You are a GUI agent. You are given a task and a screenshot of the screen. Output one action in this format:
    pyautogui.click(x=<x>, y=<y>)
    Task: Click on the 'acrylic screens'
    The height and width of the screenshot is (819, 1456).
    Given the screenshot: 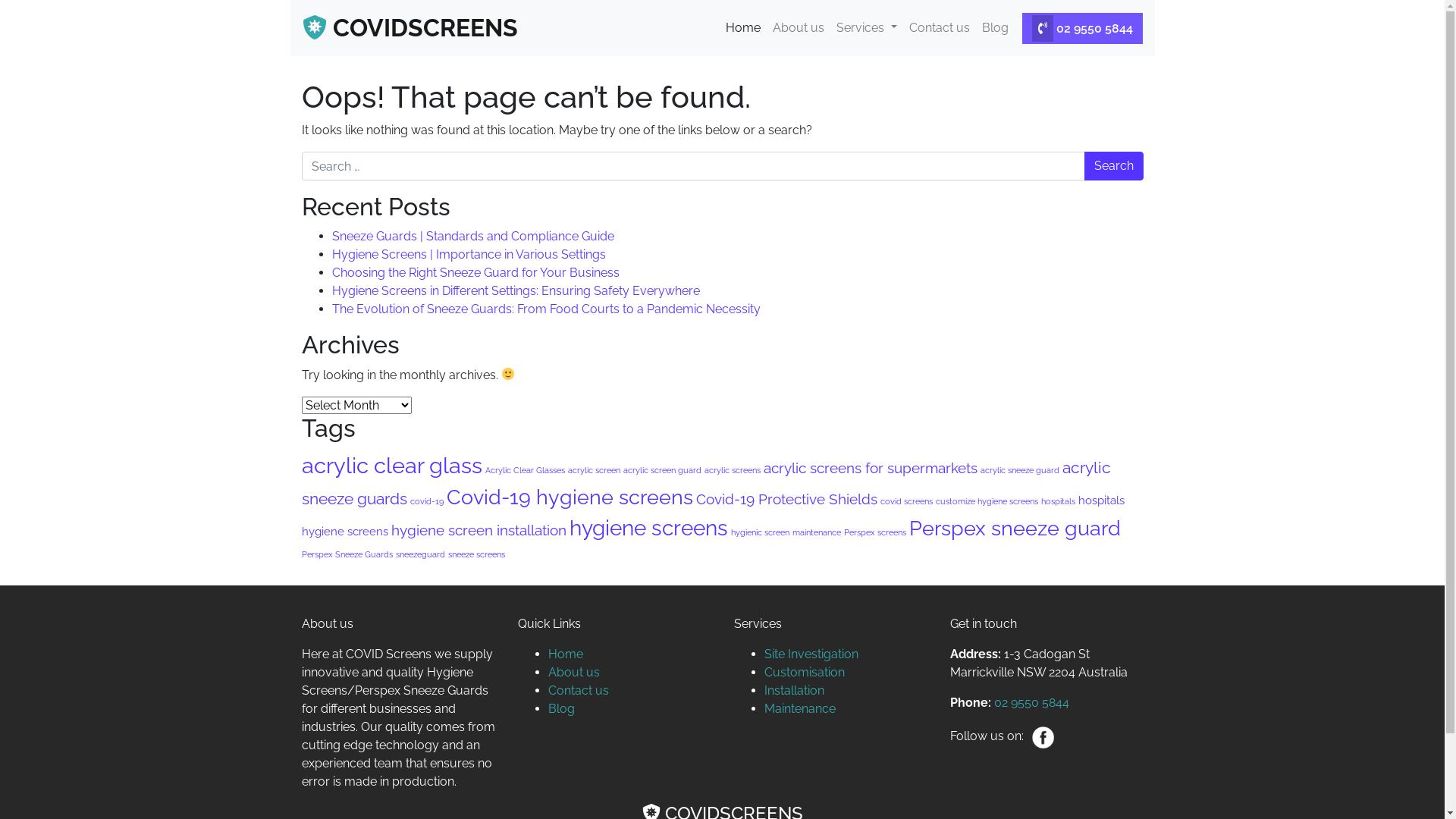 What is the action you would take?
    pyautogui.click(x=731, y=469)
    